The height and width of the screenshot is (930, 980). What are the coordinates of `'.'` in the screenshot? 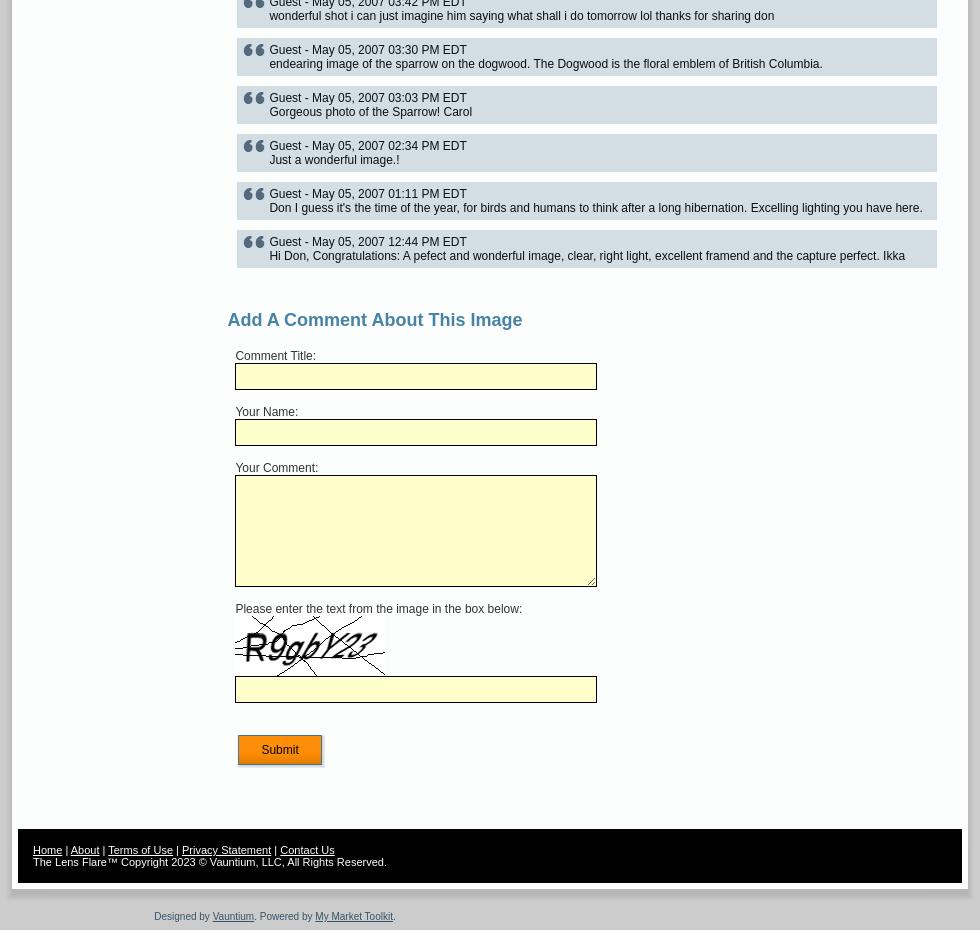 It's located at (392, 916).